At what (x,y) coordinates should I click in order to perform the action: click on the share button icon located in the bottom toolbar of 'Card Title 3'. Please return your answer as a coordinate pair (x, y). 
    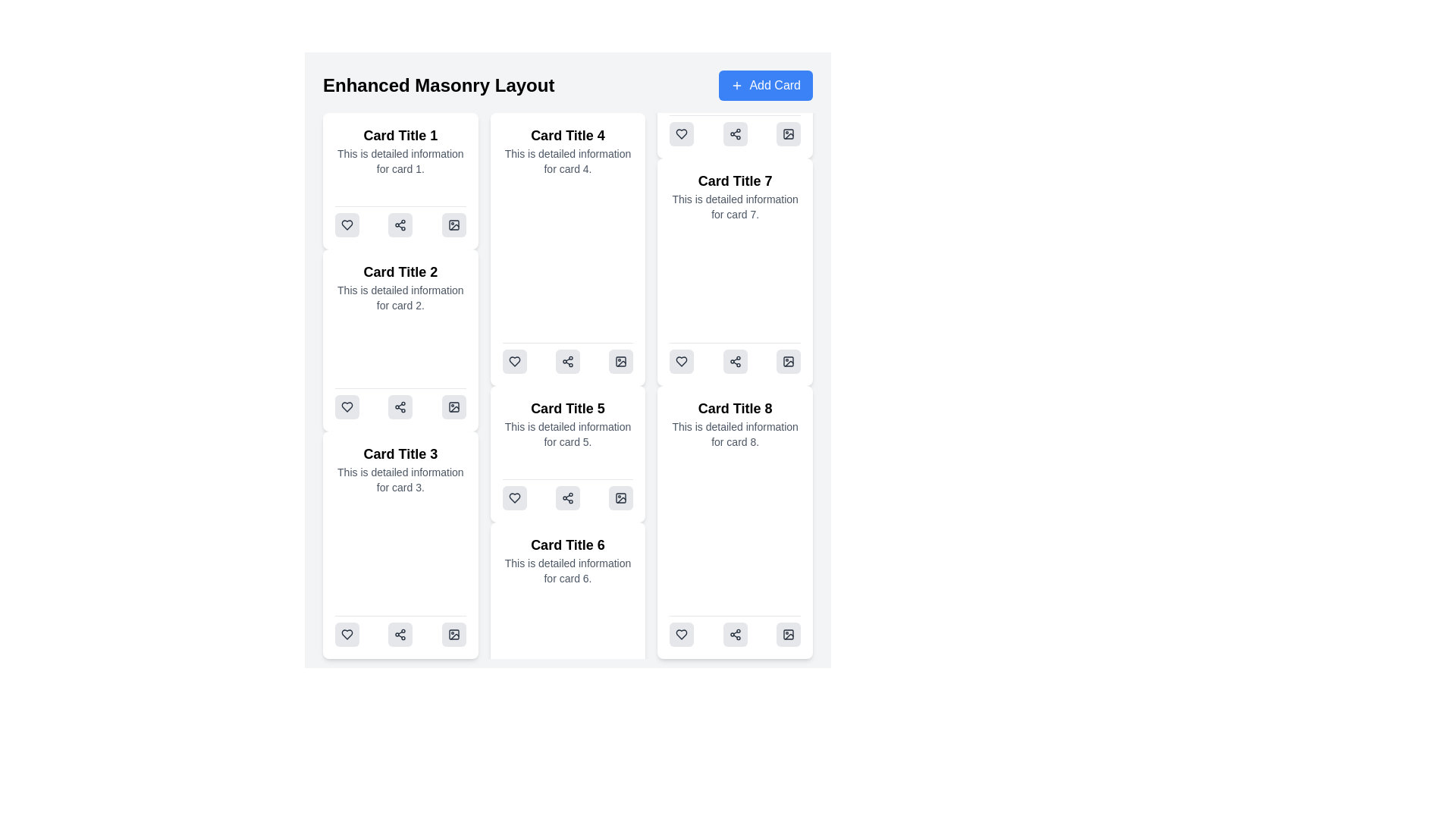
    Looking at the image, I should click on (400, 635).